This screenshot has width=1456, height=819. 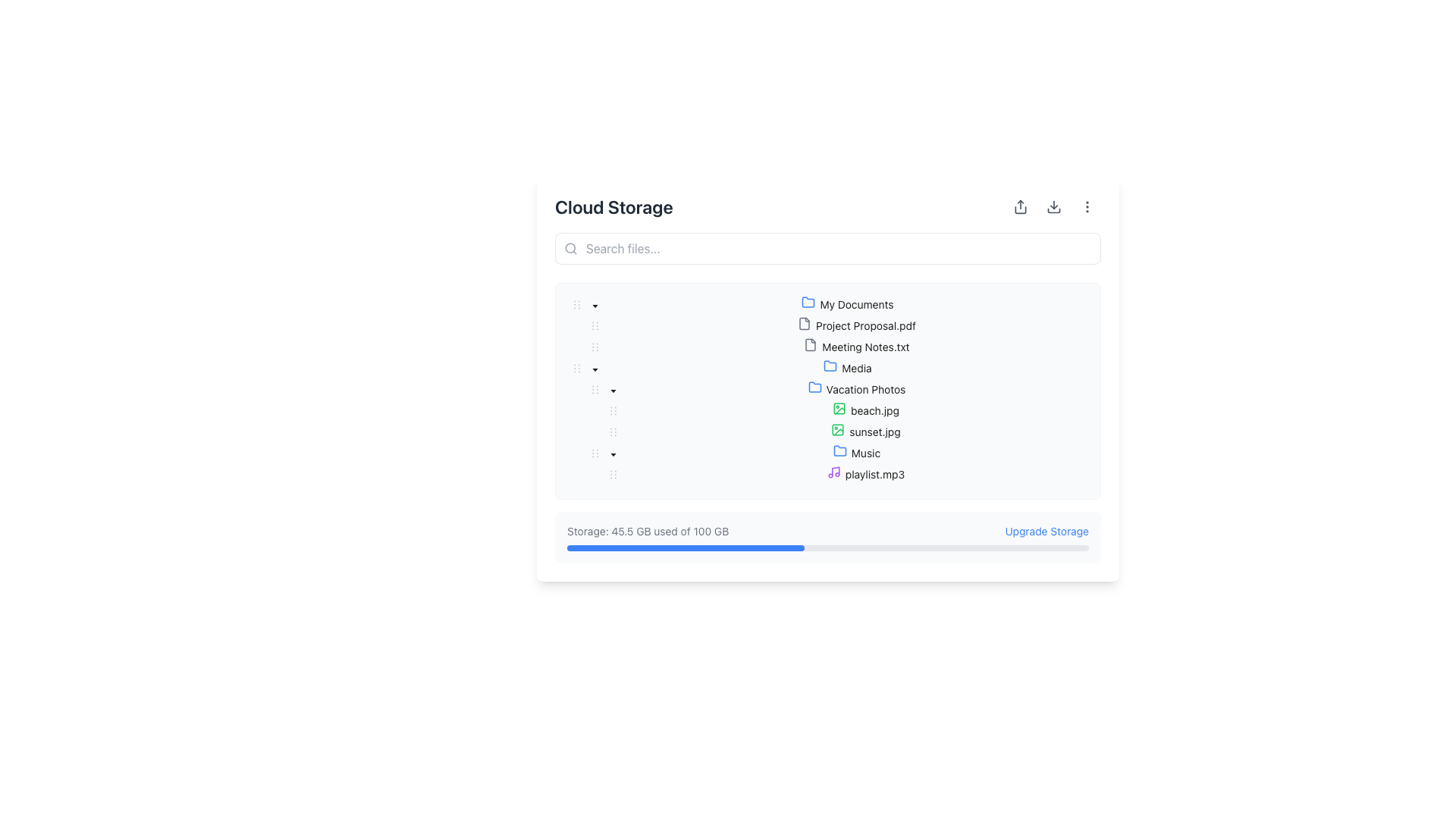 I want to click on the decorative hierarchical indentation marker for the 'sunset.jpg' file entry located at the far left of its line in the tree structure, so click(x=585, y=432).